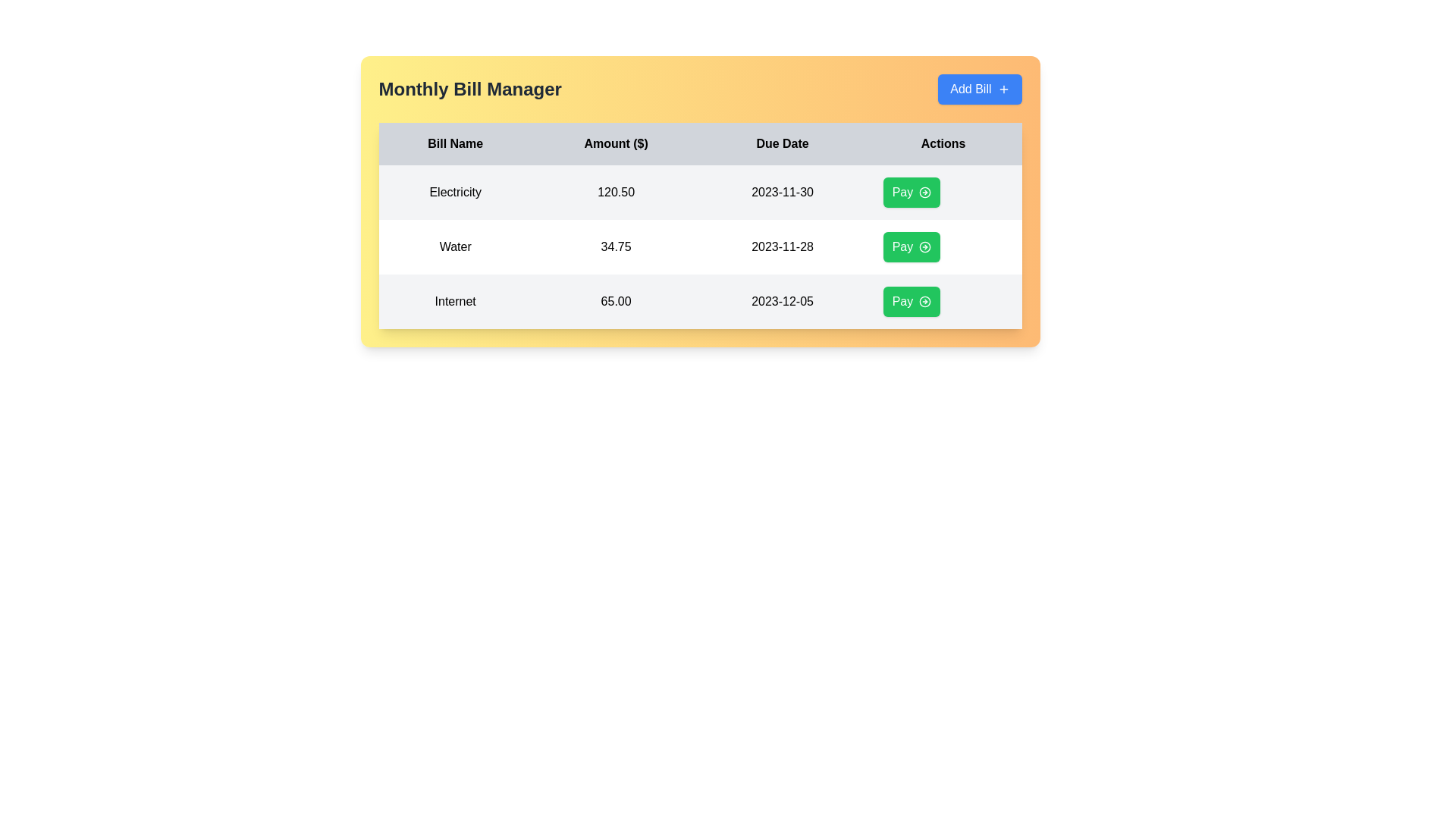 The width and height of the screenshot is (1456, 819). Describe the element at coordinates (783, 246) in the screenshot. I see `the text display in the third column of the second row of the 'Monthly Bill Manager' table, which indicates the due date for the billing entry` at that location.